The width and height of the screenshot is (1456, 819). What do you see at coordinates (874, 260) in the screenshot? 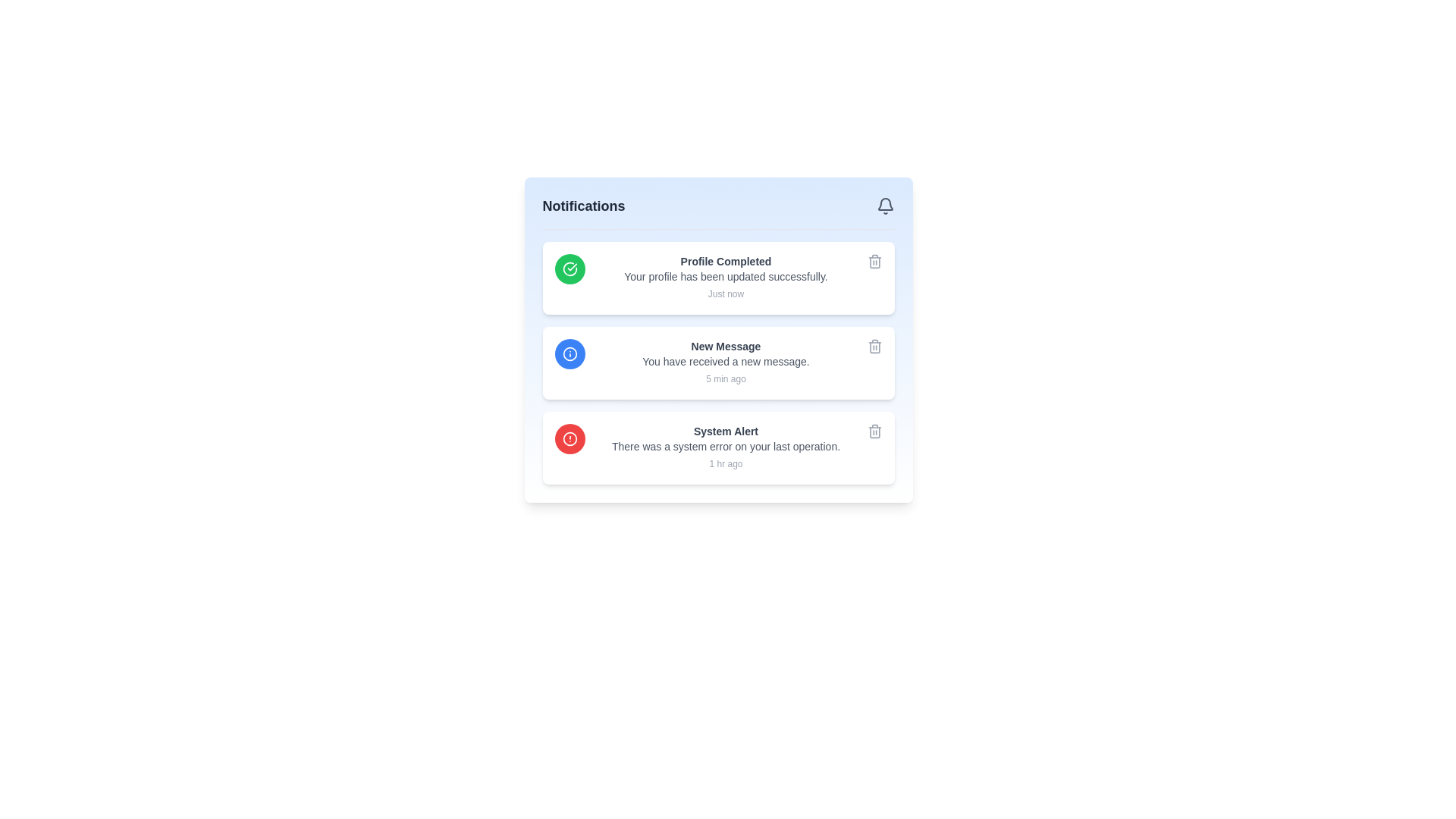
I see `the trash bin icon button located at the top right corner of the 'Profile Completed' notification card` at bounding box center [874, 260].